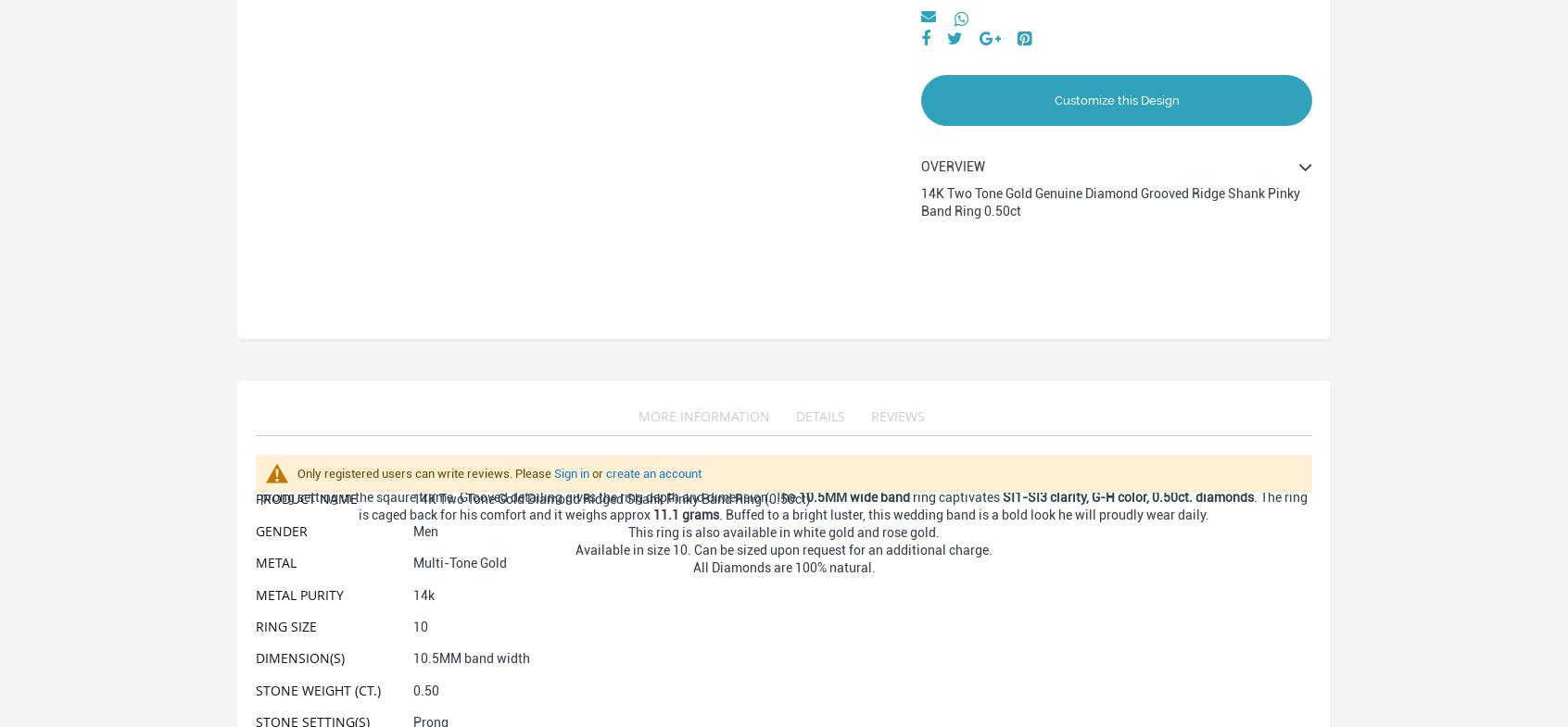 Image resolution: width=1568 pixels, height=727 pixels. I want to click on 'Overview', so click(952, 166).